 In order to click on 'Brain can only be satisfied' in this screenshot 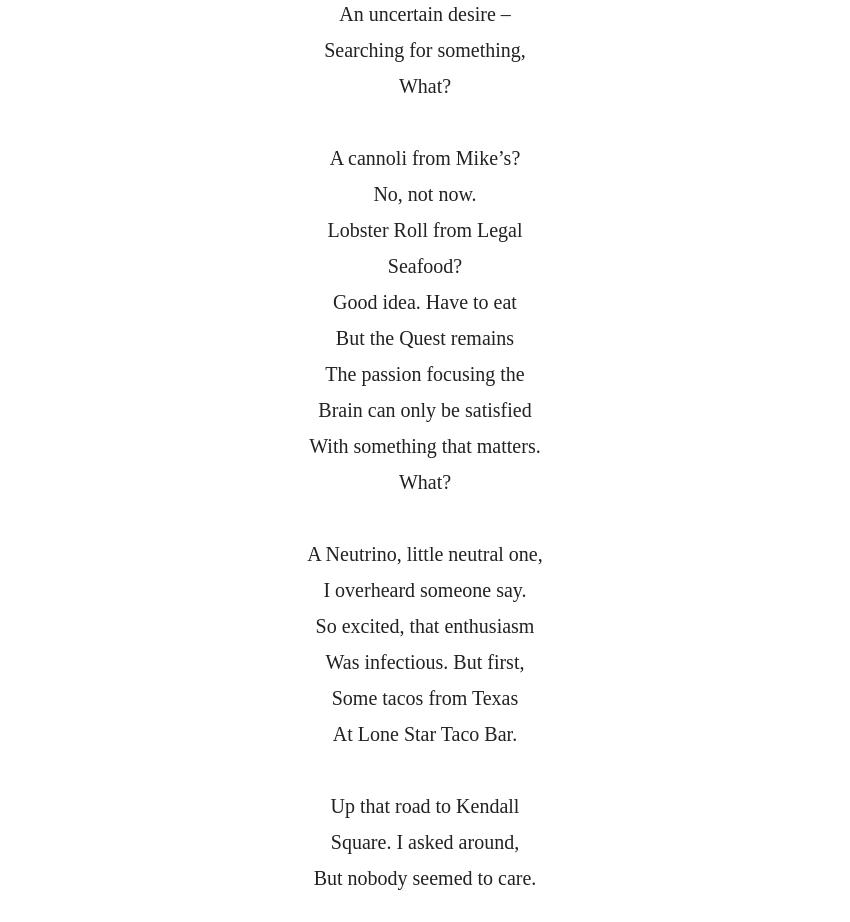, I will do `click(317, 409)`.